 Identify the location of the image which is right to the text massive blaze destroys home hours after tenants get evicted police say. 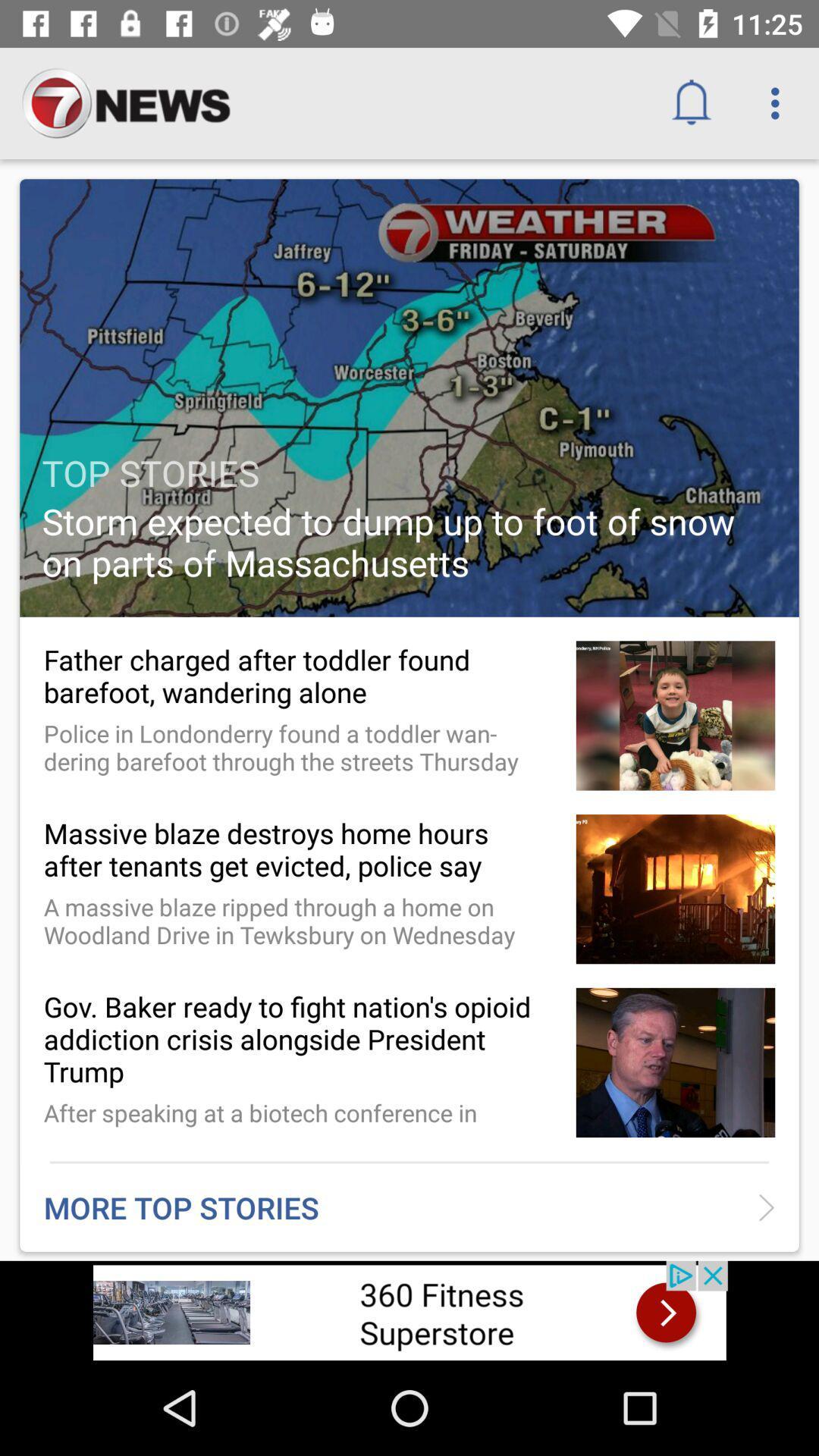
(675, 889).